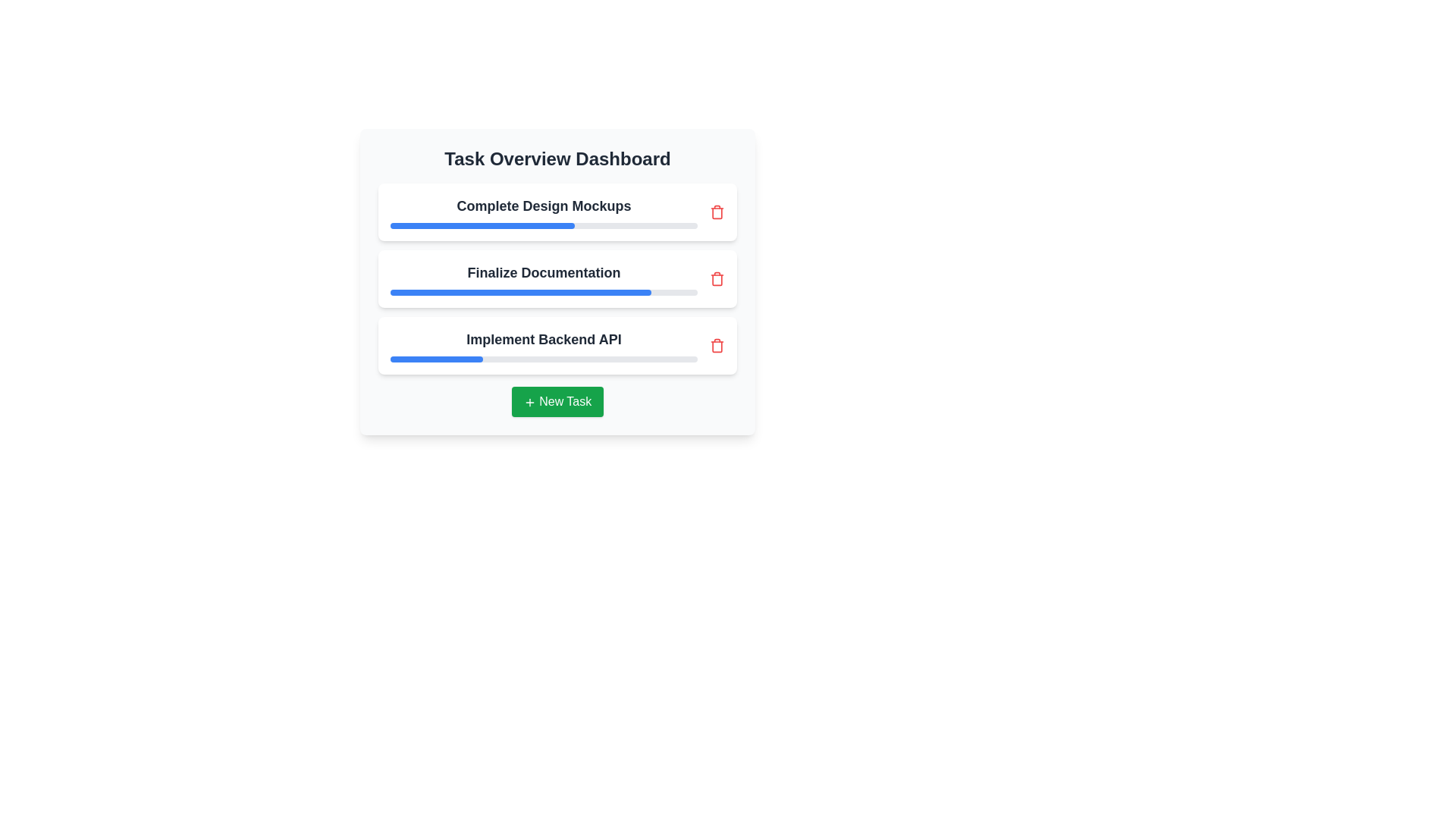 The image size is (1456, 819). Describe the element at coordinates (716, 212) in the screenshot. I see `trash icon next to the task titled 'Complete Design Mockups' to delete it` at that location.